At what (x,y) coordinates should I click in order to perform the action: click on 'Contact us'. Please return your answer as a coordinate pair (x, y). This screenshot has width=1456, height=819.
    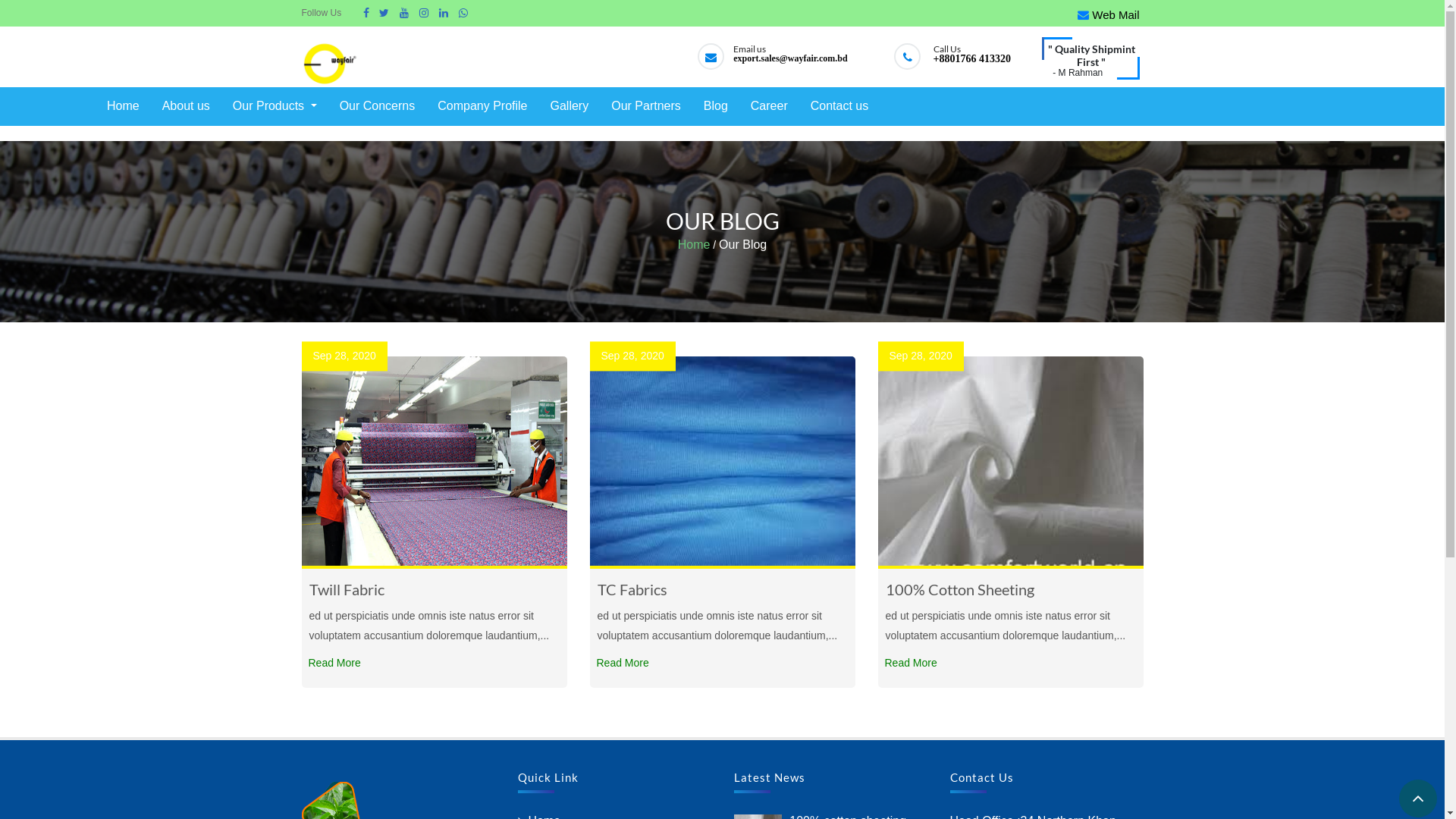
    Looking at the image, I should click on (839, 105).